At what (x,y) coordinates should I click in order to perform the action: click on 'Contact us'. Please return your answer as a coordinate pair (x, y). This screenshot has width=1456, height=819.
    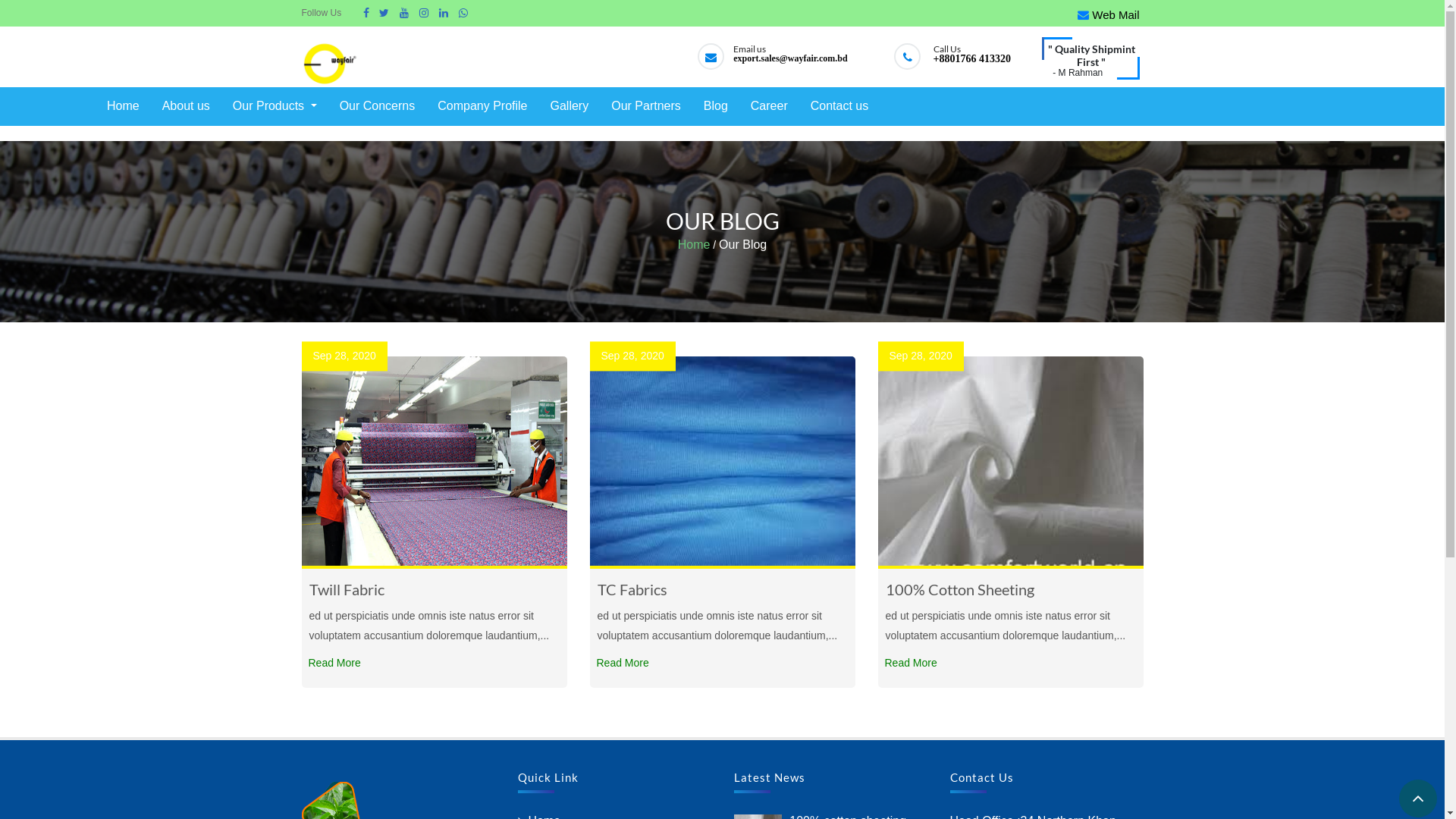
    Looking at the image, I should click on (839, 105).